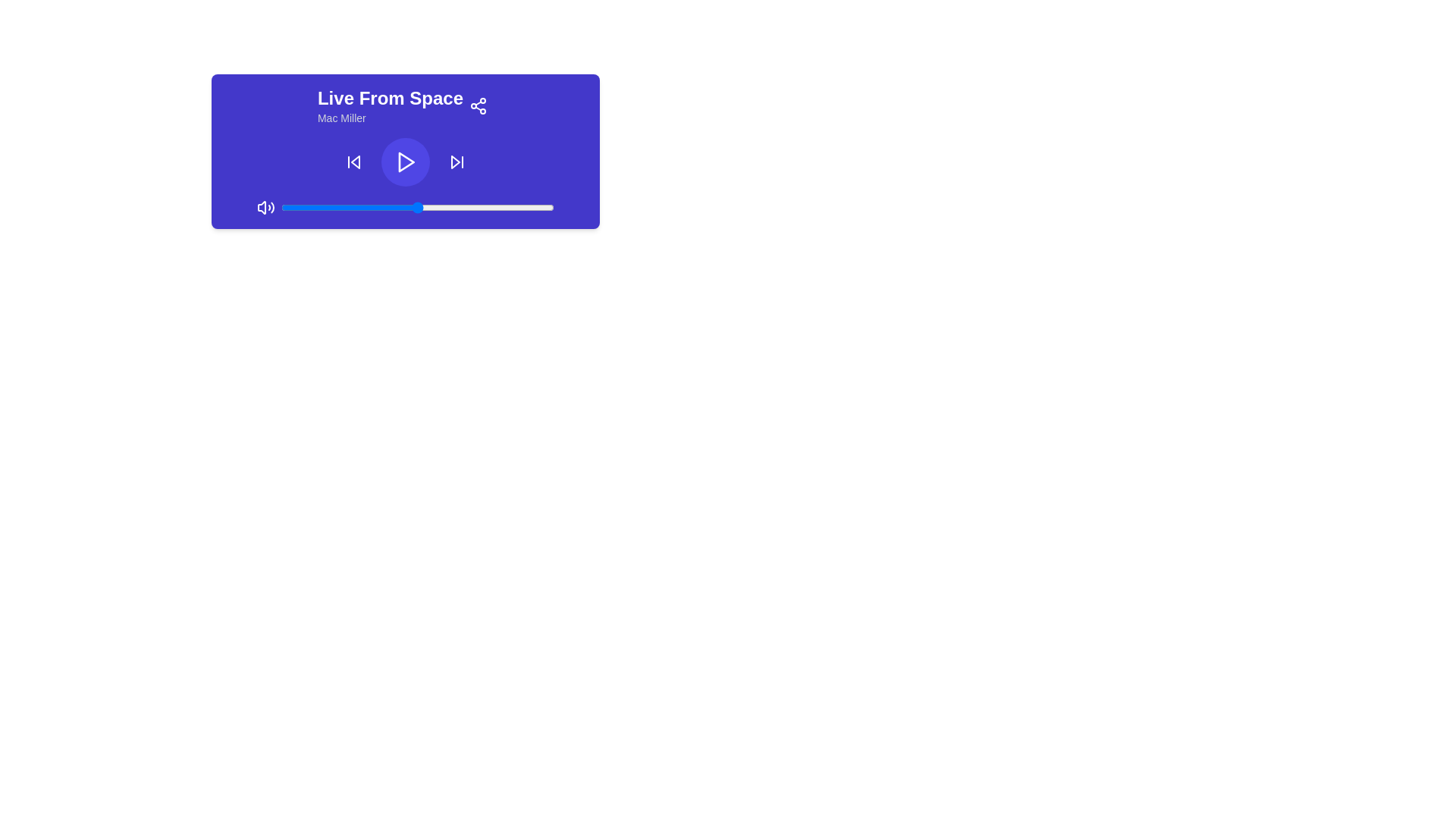 This screenshot has height=819, width=1456. Describe the element at coordinates (477, 105) in the screenshot. I see `the share icon located in the top-right corner of the music player interface to initiate a share action` at that location.